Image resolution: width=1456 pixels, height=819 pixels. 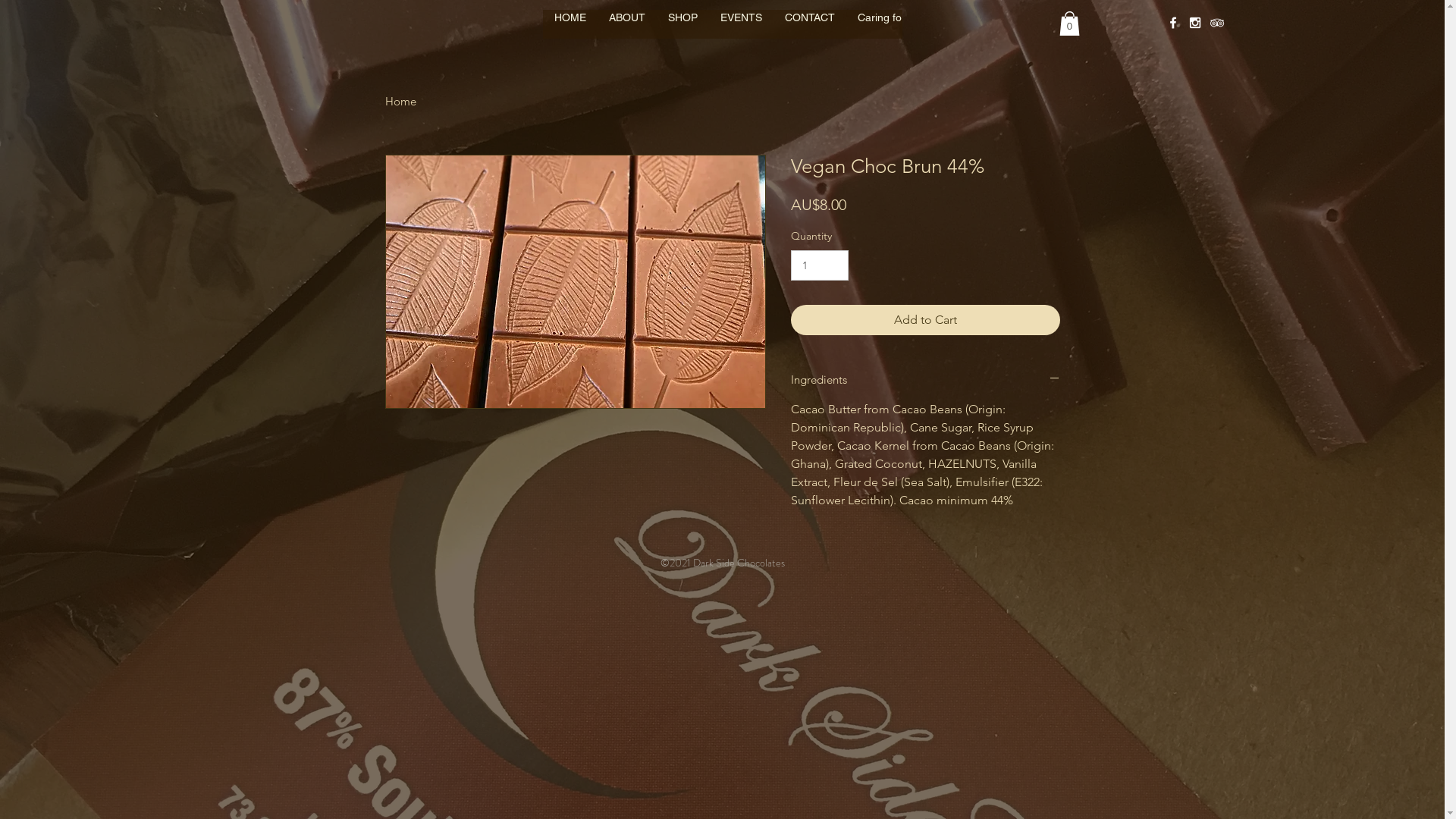 I want to click on 'Add to Cart', so click(x=789, y=318).